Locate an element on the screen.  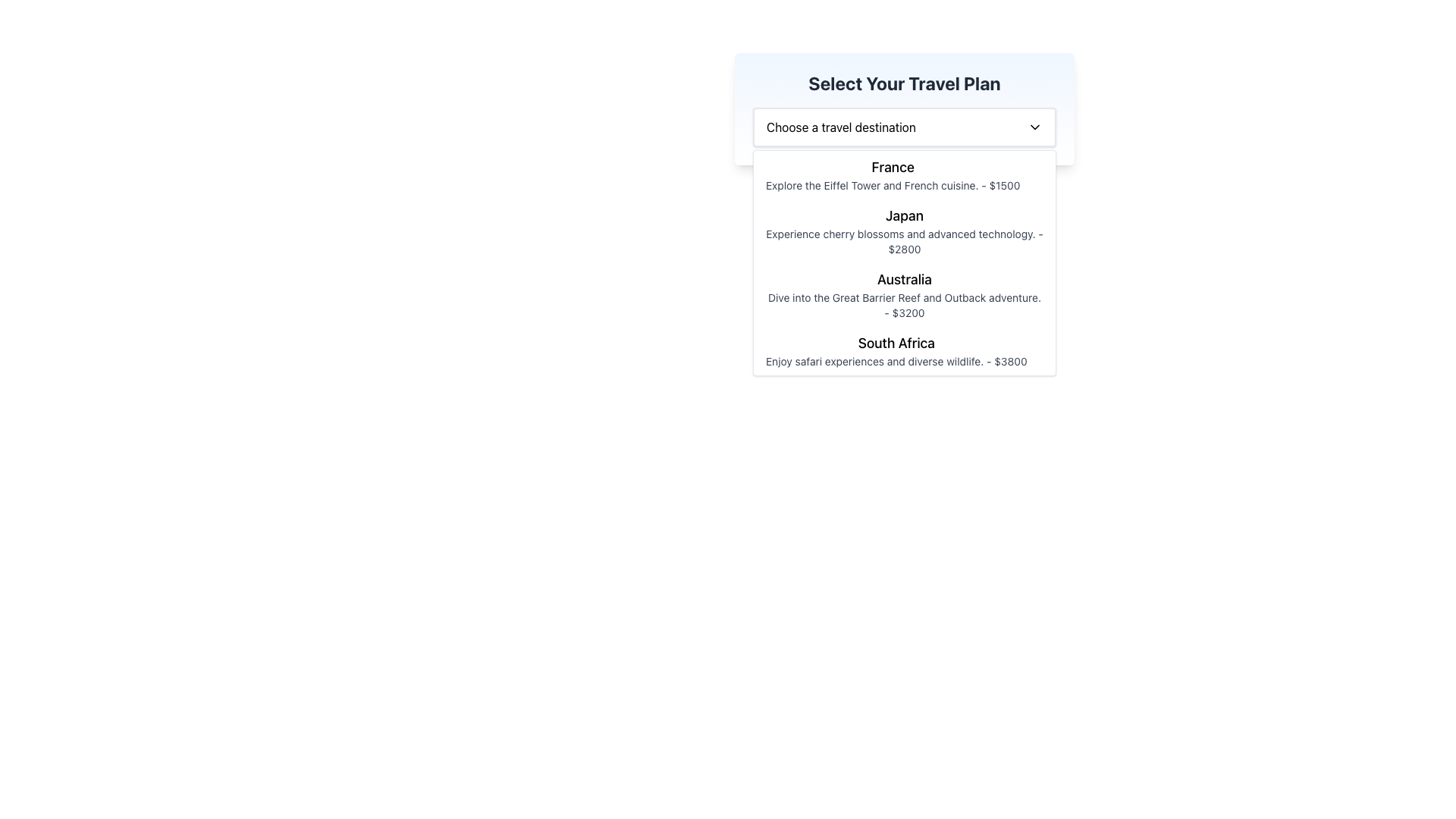
text label that contains the word 'France', which is prominently positioned at the top of a descriptive entry in a list of travel destinations is located at coordinates (893, 167).